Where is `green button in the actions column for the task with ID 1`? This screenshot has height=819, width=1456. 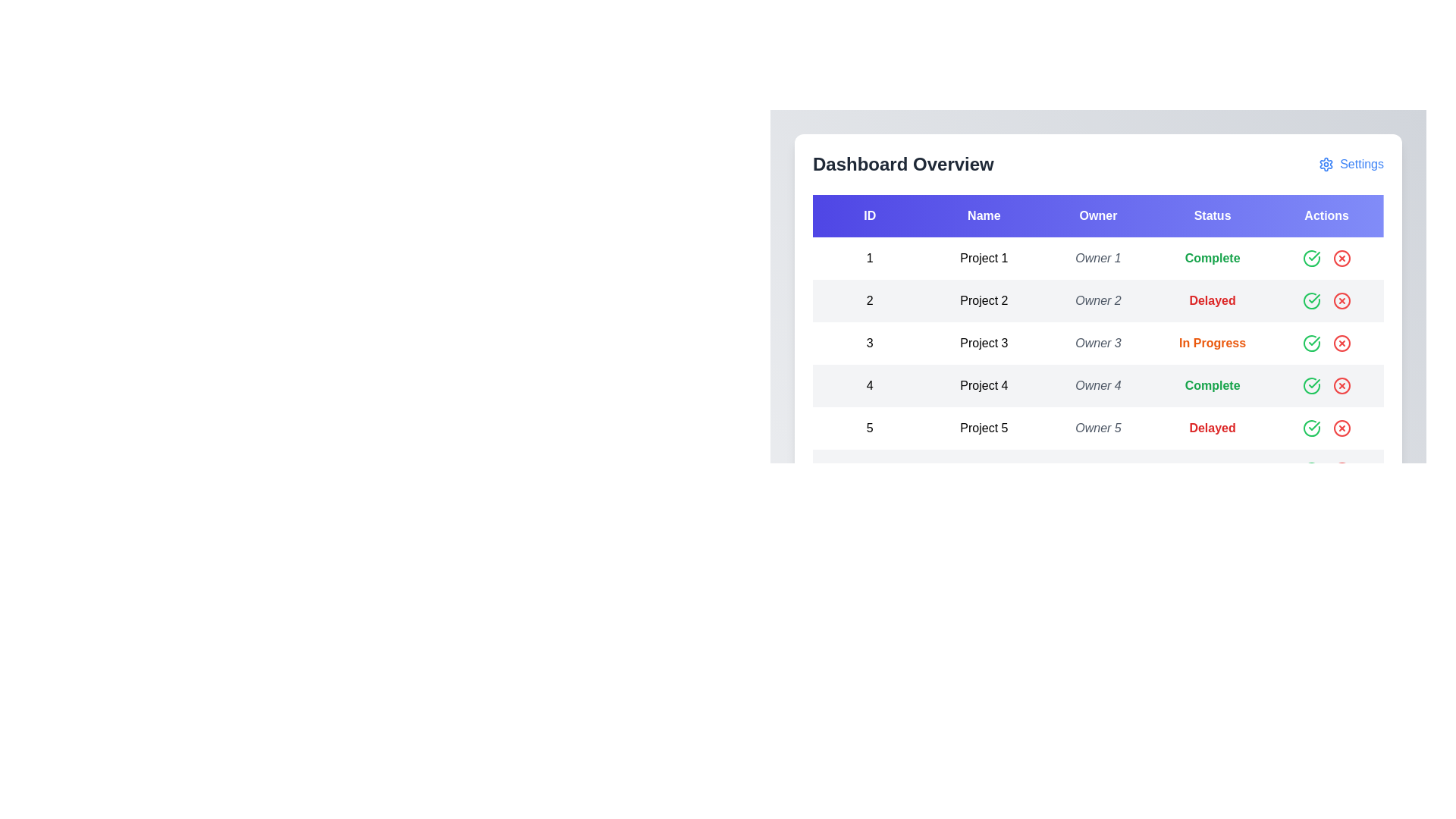 green button in the actions column for the task with ID 1 is located at coordinates (1310, 257).